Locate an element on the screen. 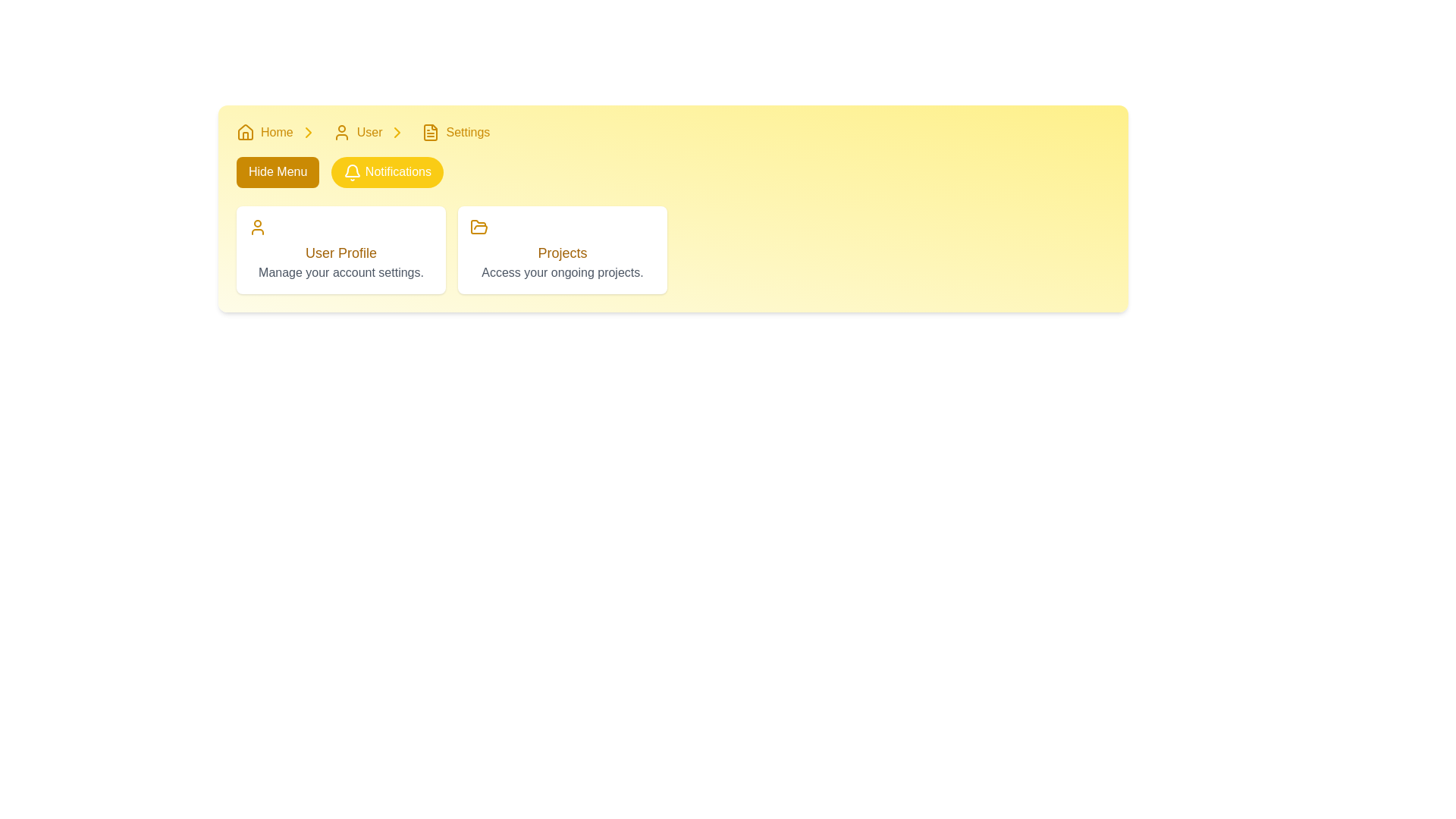  the home page icon in the breadcrumb navigation bar to trigger the tooltip, which provides additional information about the home page is located at coordinates (246, 131).